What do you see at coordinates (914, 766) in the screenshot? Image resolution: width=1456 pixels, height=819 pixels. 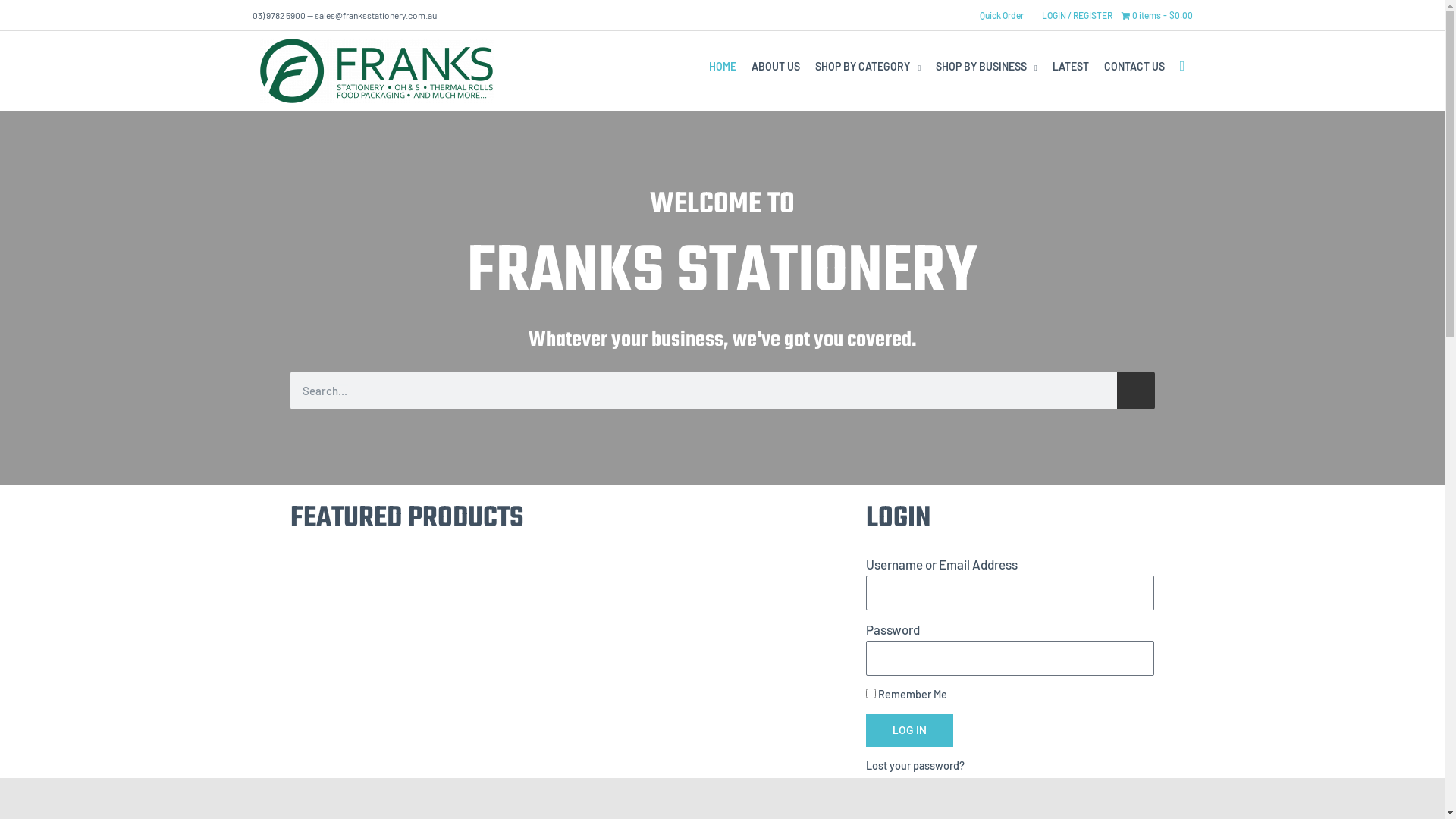 I see `'Lost your password?'` at bounding box center [914, 766].